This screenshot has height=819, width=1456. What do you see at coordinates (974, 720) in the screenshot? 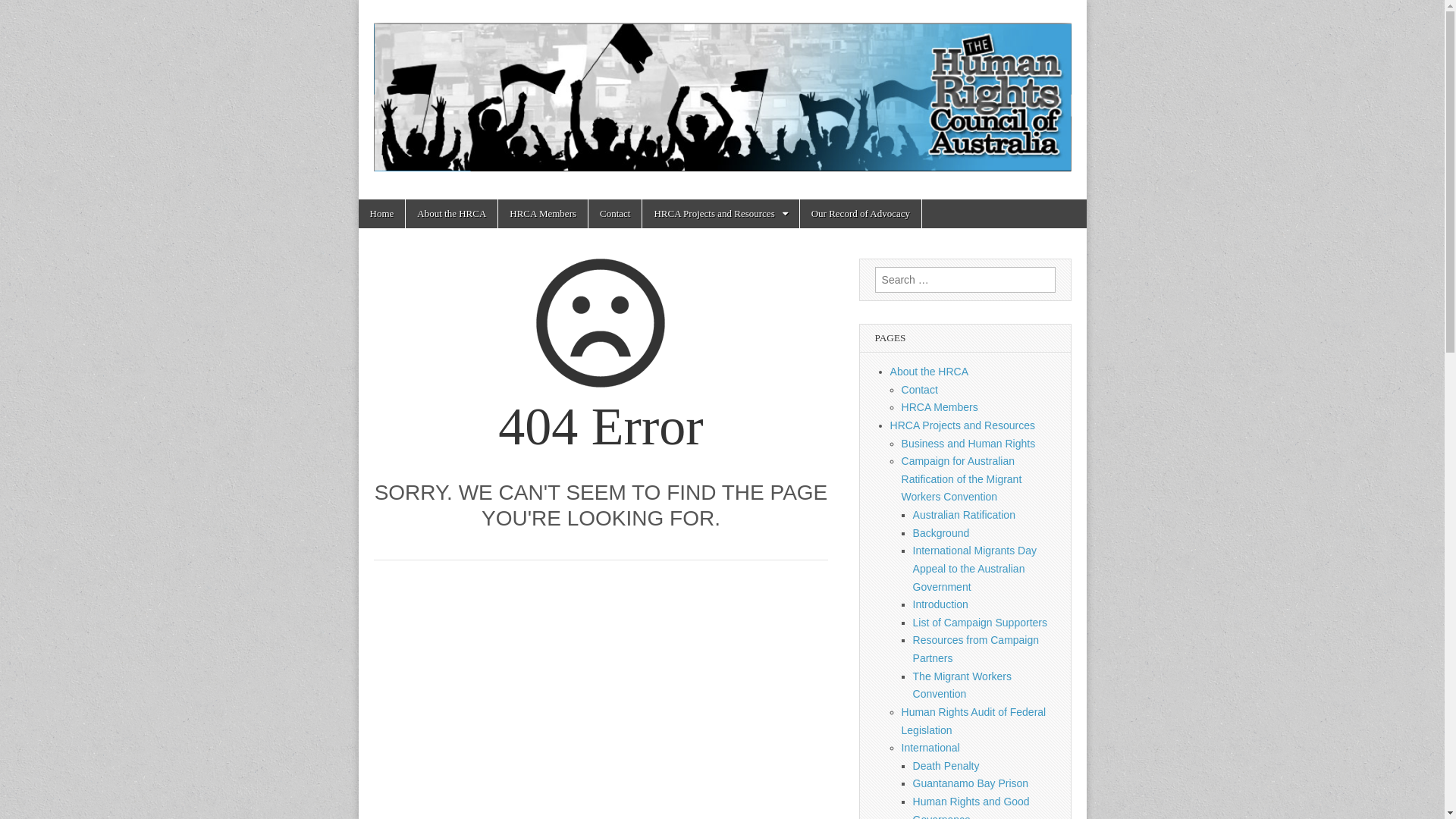
I see `'Human Rights Audit of Federal Legislation'` at bounding box center [974, 720].